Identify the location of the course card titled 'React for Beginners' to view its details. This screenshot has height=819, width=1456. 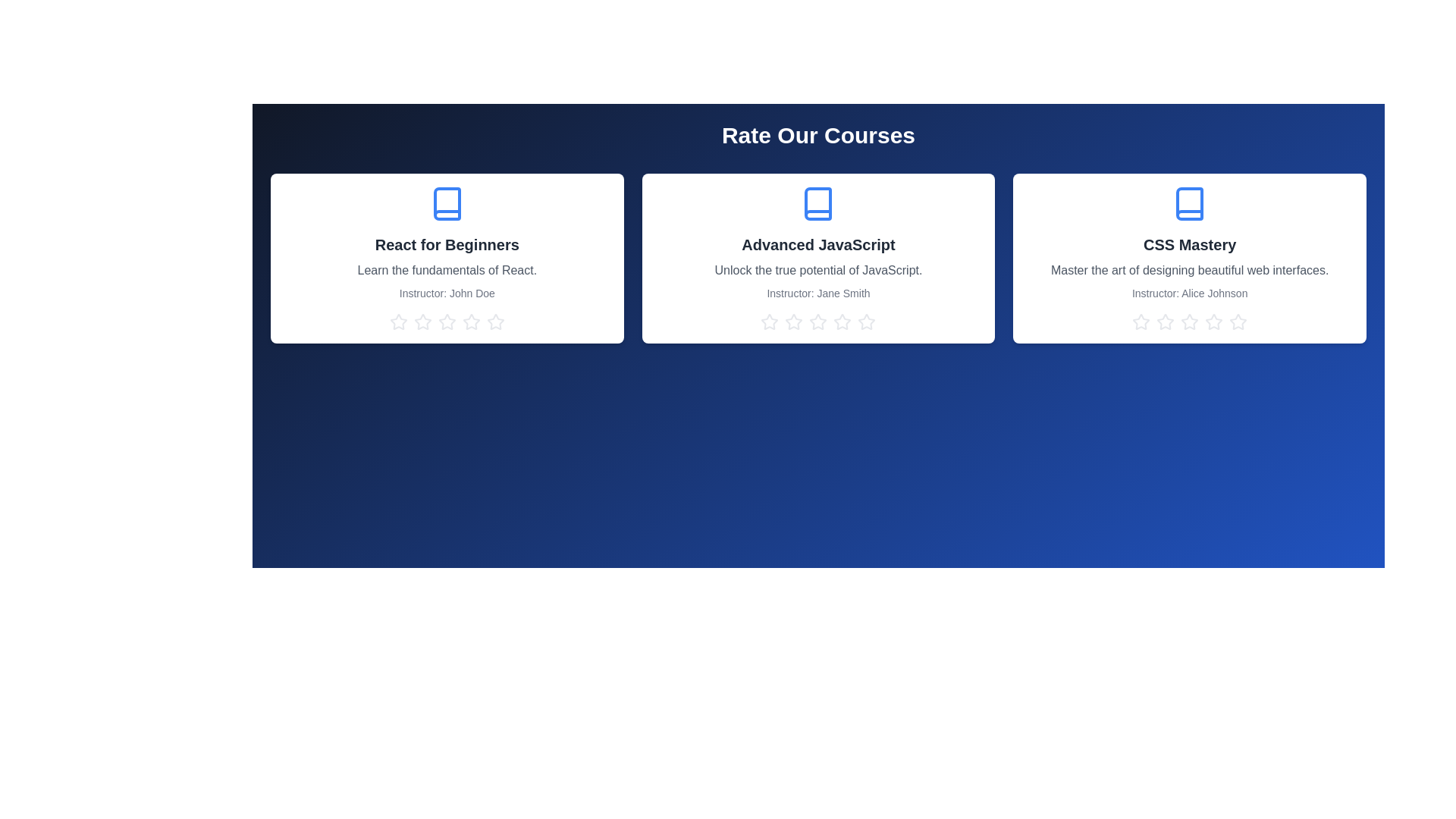
(446, 257).